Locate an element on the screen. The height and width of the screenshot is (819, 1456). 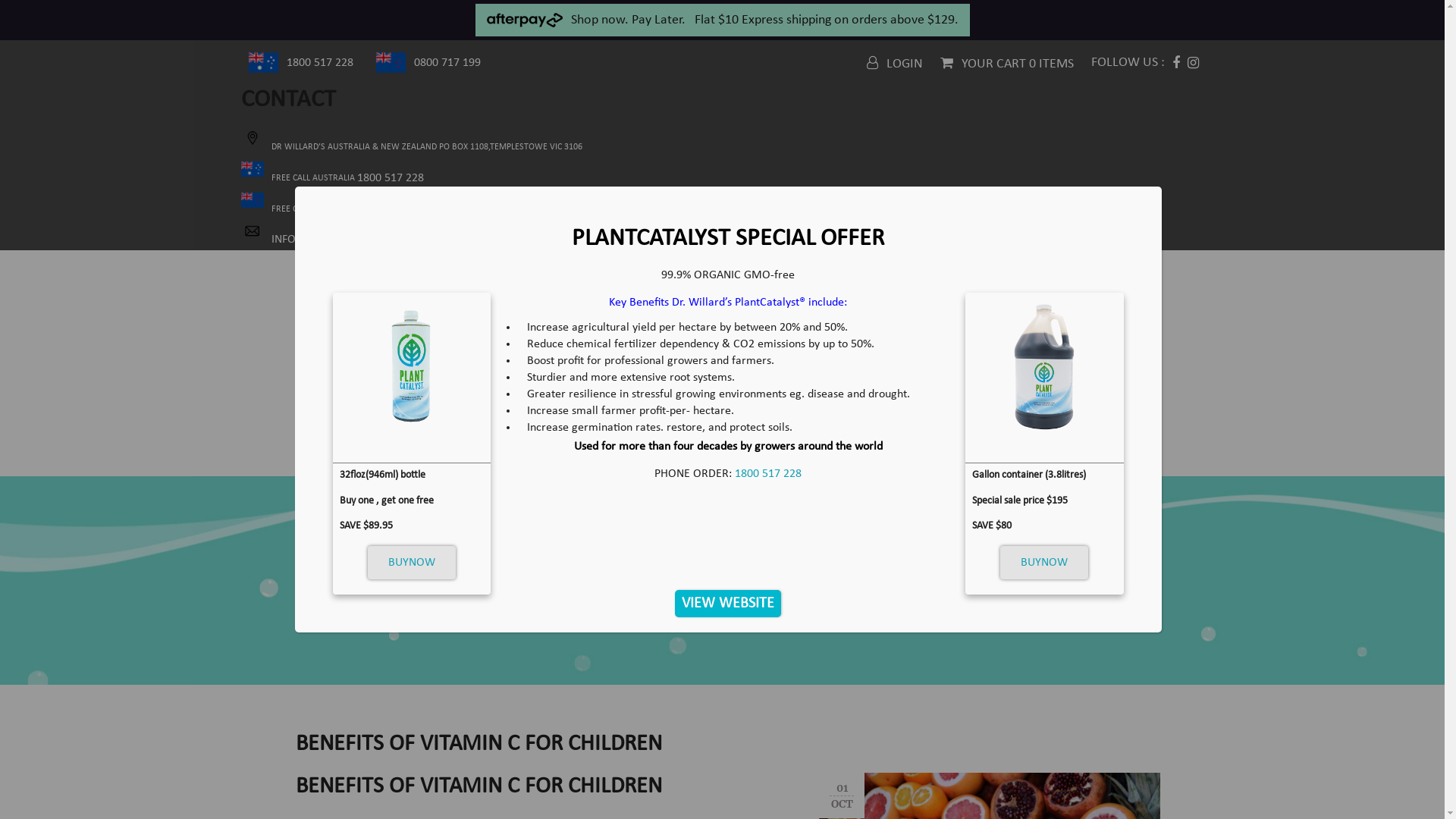
'INFO@DRWILLARD.COM.AU' is located at coordinates (326, 239).